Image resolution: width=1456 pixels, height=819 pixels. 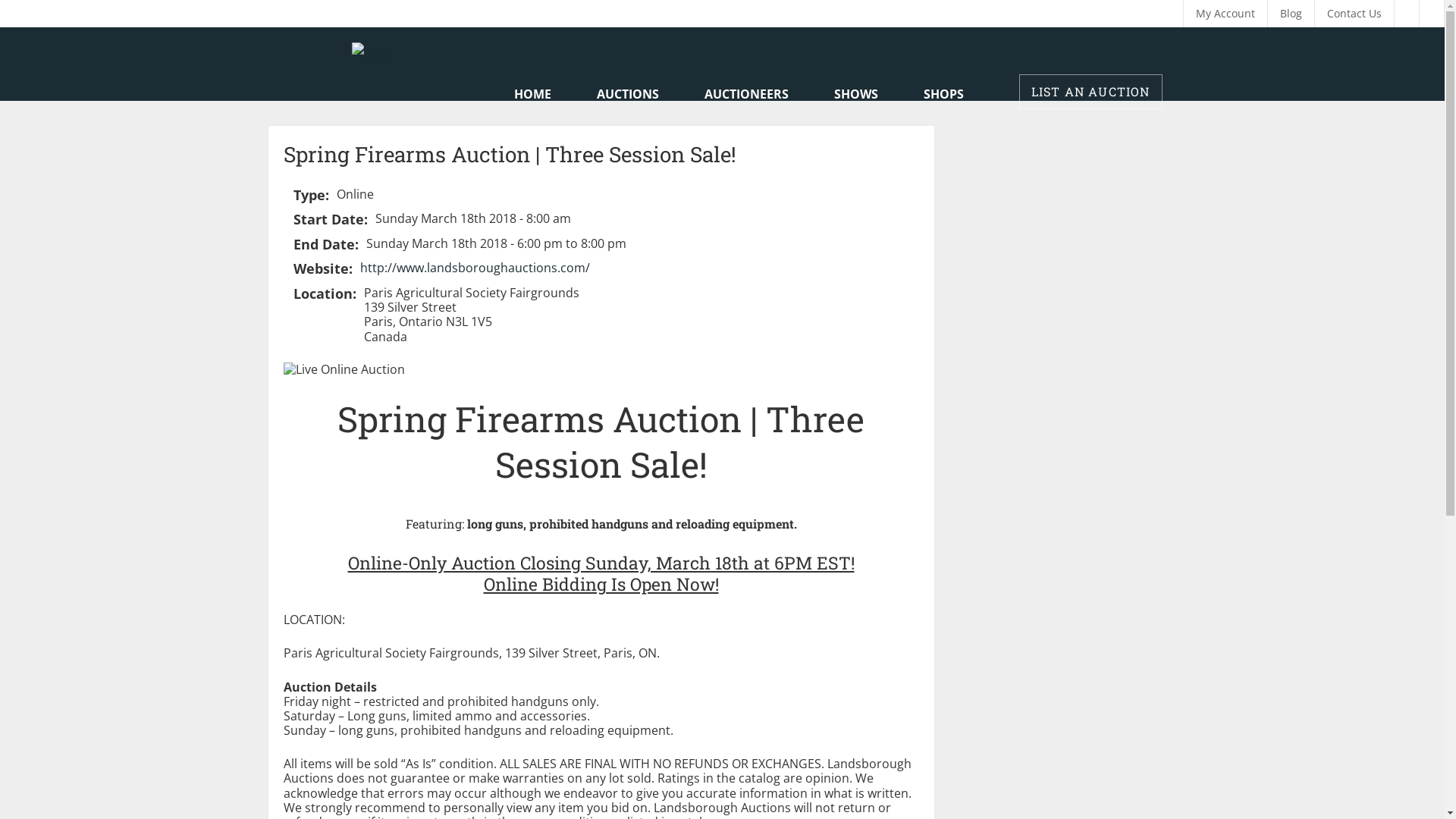 I want to click on 'HOME', so click(x=532, y=94).